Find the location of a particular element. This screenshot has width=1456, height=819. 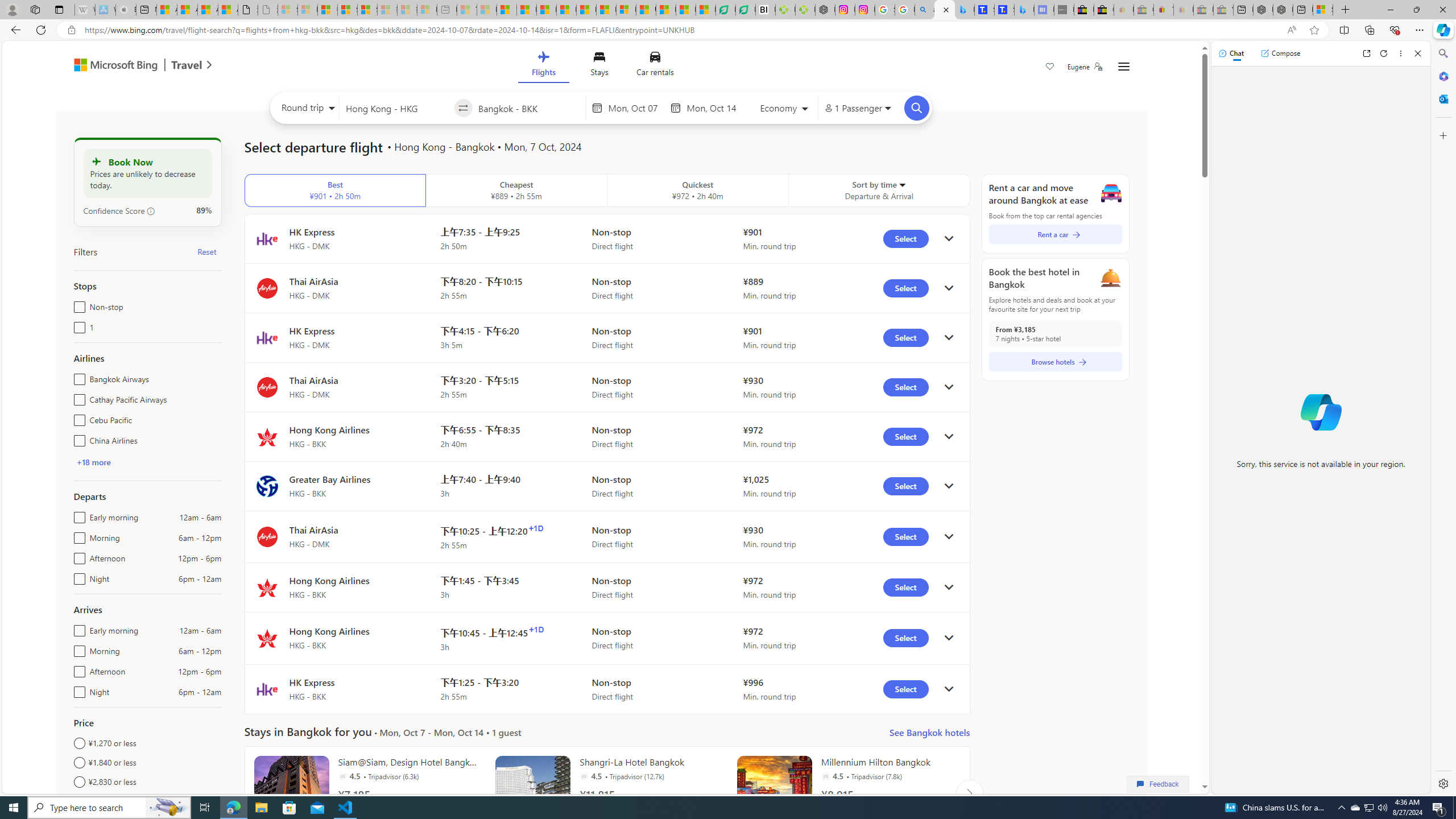

'Stays' is located at coordinates (598, 65).